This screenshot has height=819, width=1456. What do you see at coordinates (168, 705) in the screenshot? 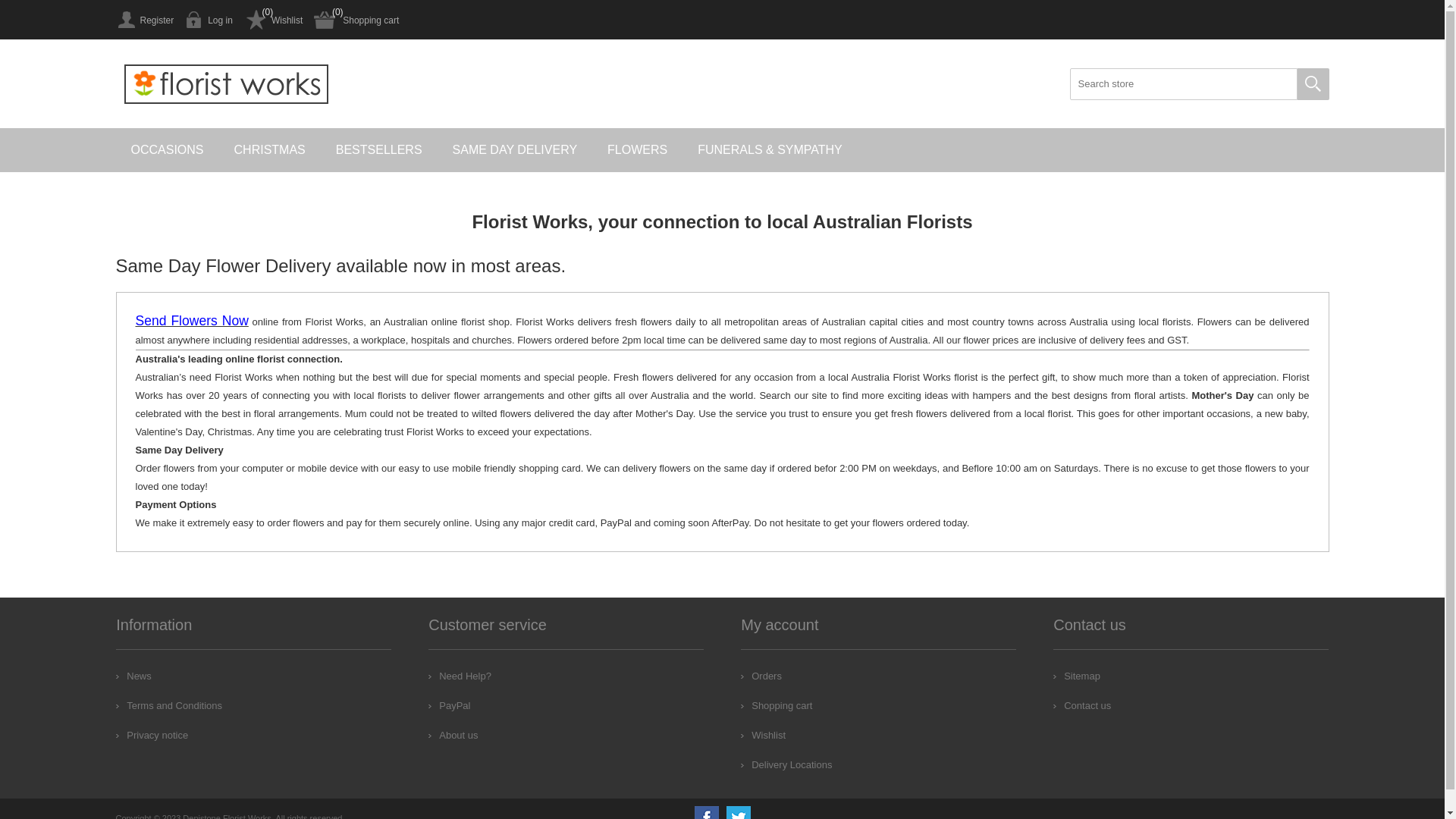
I see `'Terms and Conditions'` at bounding box center [168, 705].